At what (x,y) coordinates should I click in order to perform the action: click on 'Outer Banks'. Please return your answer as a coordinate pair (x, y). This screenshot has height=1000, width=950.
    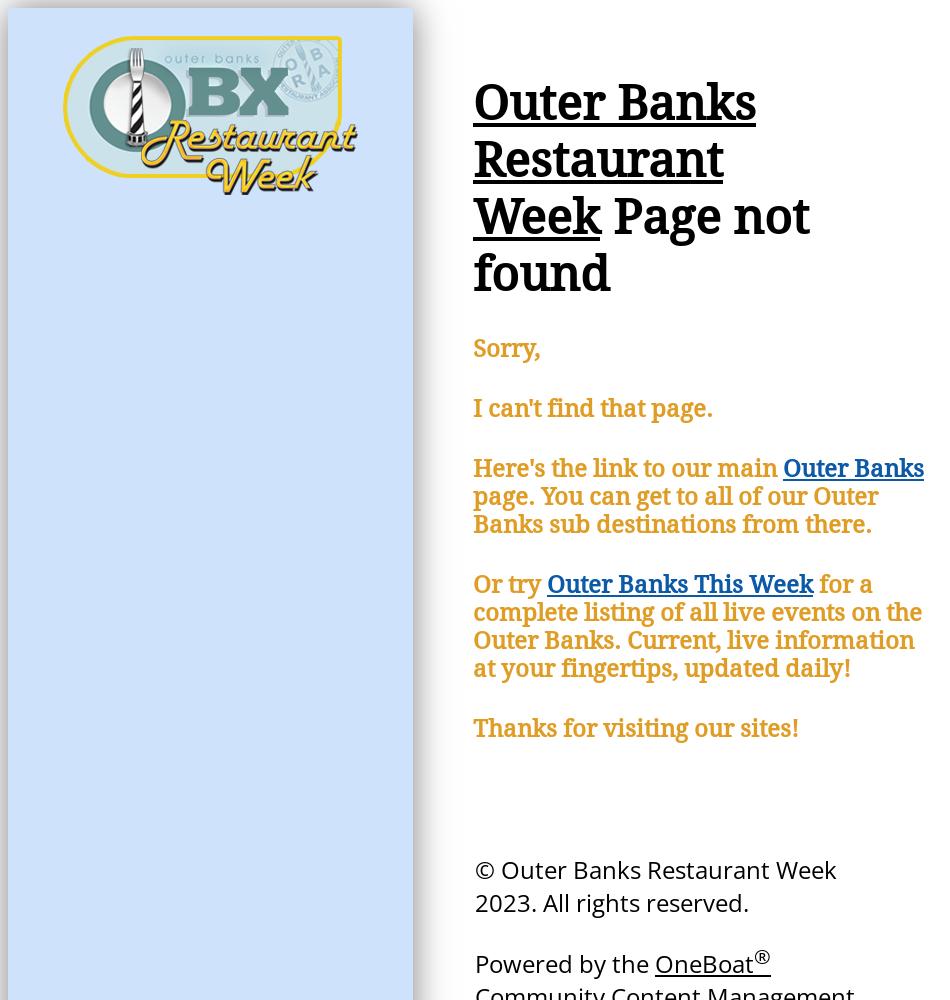
    Looking at the image, I should click on (781, 468).